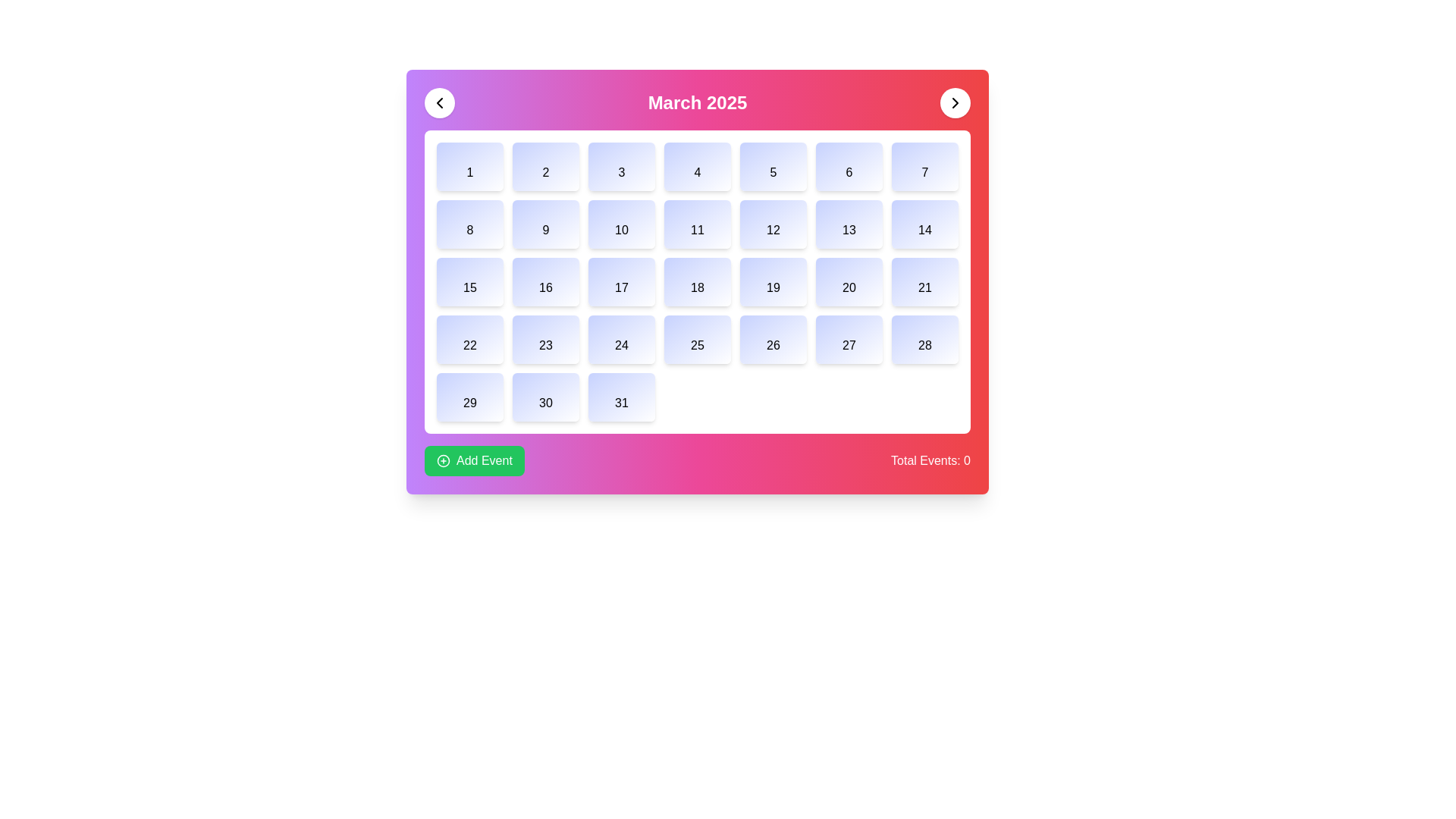 The height and width of the screenshot is (819, 1456). I want to click on the square button with a gradient background transitioning from light indigo to white, featuring the centered number '21' in bold text, so click(924, 281).